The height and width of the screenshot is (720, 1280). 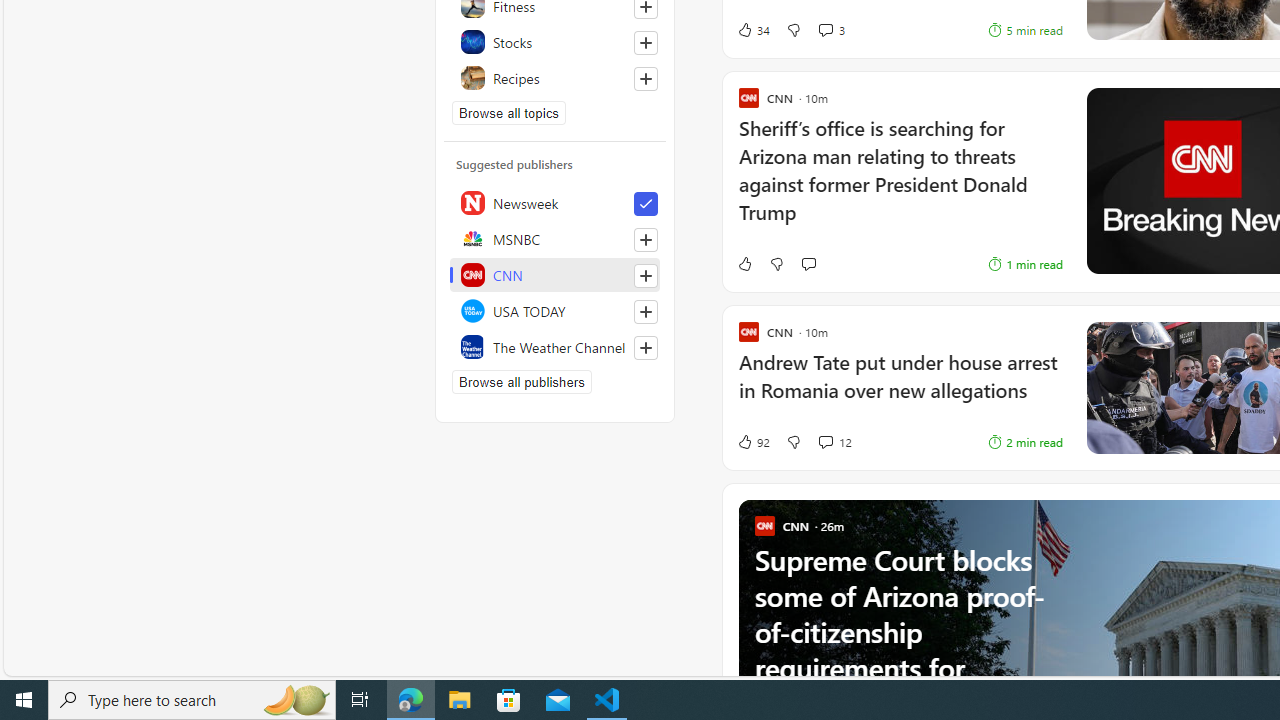 What do you see at coordinates (555, 42) in the screenshot?
I see `'Stocks'` at bounding box center [555, 42].